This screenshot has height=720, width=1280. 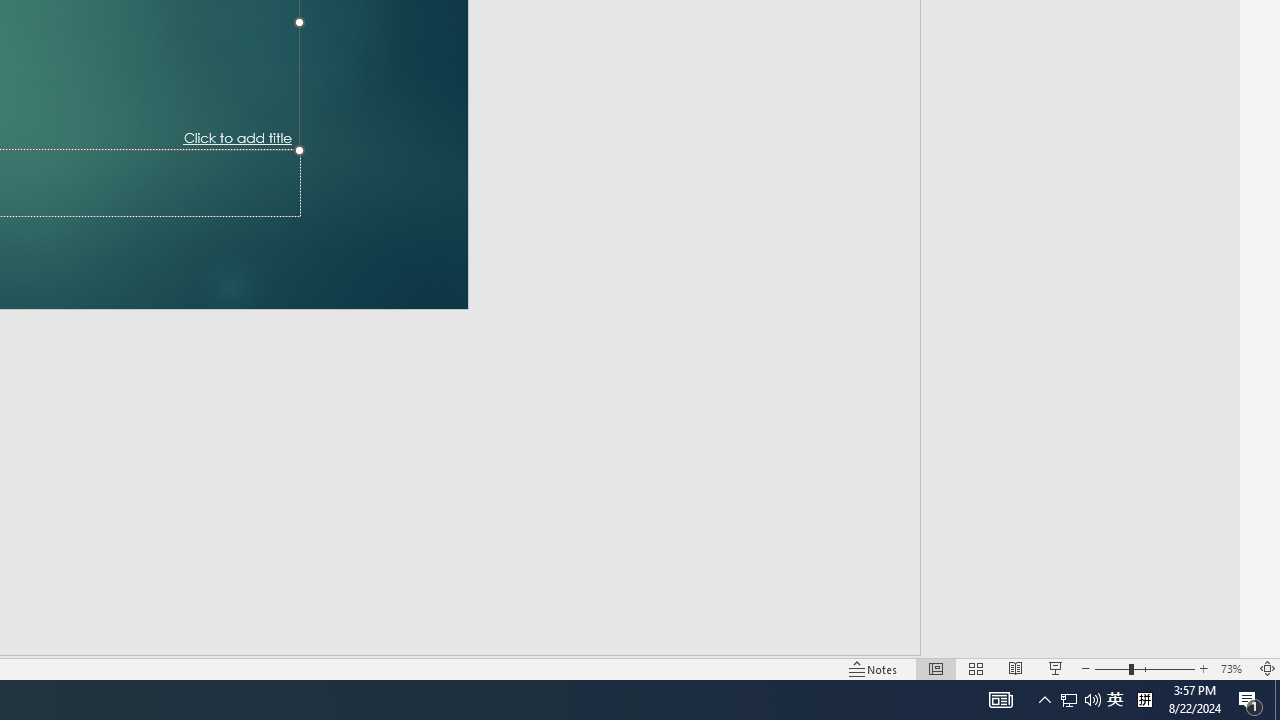 I want to click on 'Slide Sorter', so click(x=976, y=669).